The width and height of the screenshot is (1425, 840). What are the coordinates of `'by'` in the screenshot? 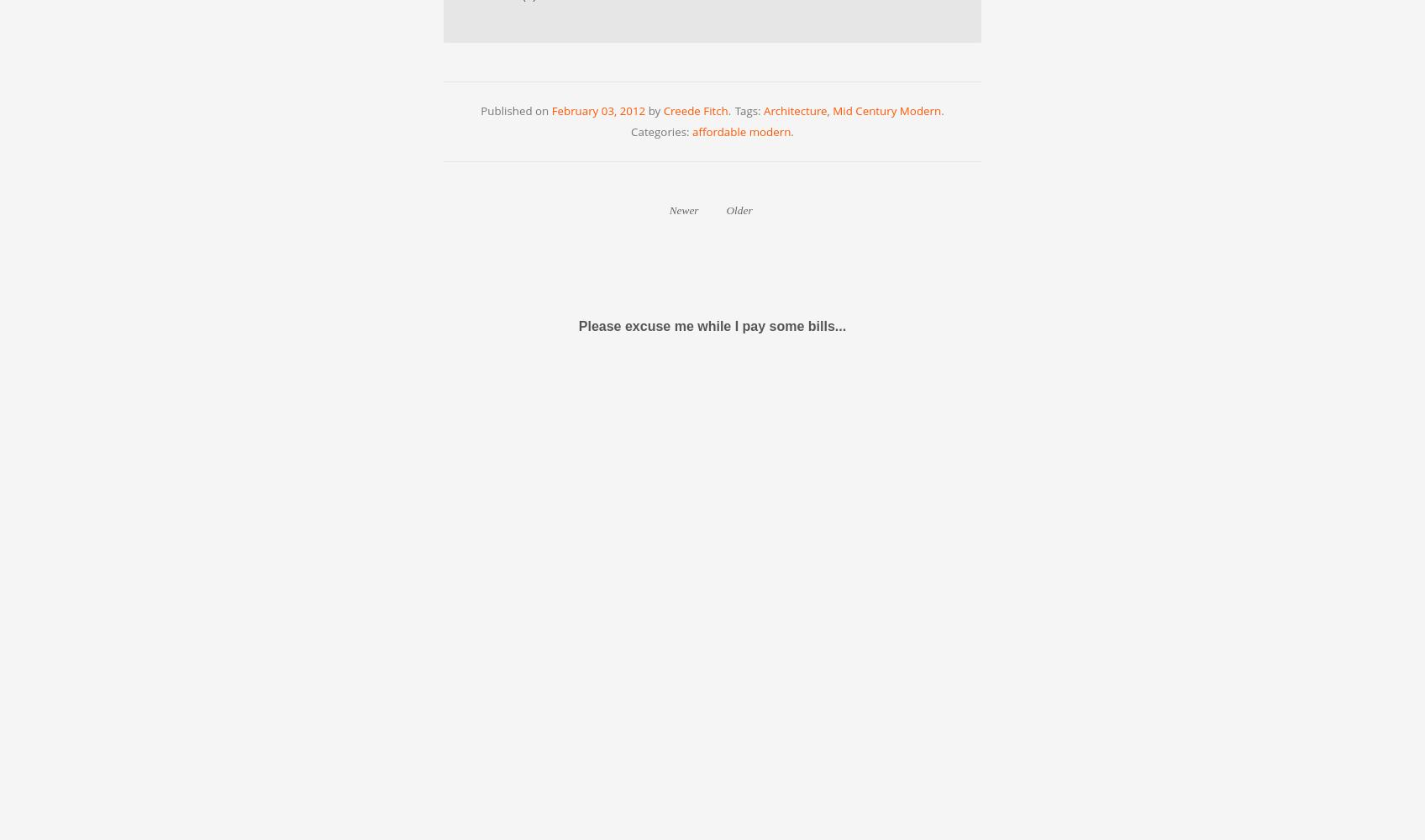 It's located at (653, 110).